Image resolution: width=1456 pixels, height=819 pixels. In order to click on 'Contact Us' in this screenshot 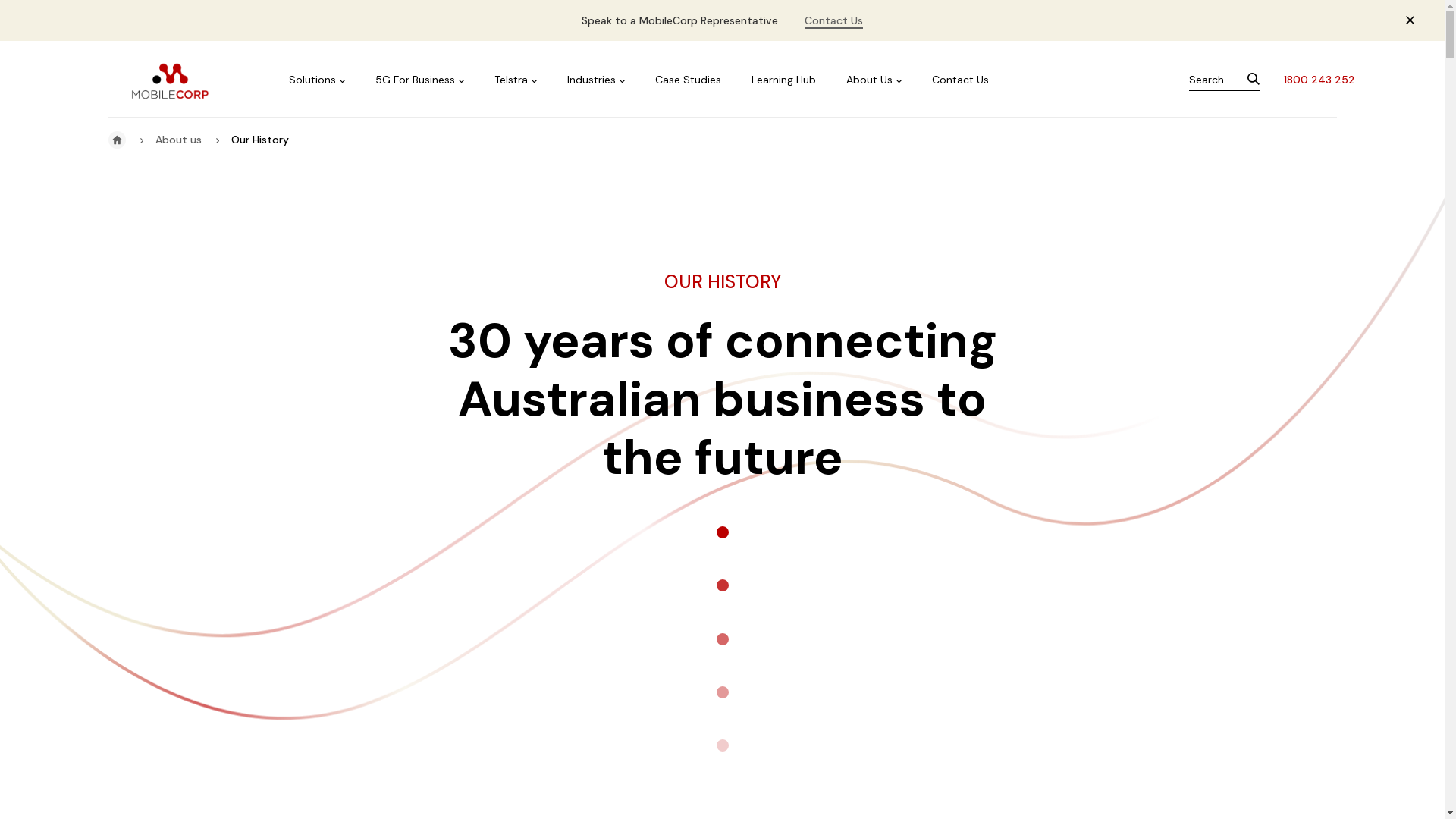, I will do `click(833, 20)`.